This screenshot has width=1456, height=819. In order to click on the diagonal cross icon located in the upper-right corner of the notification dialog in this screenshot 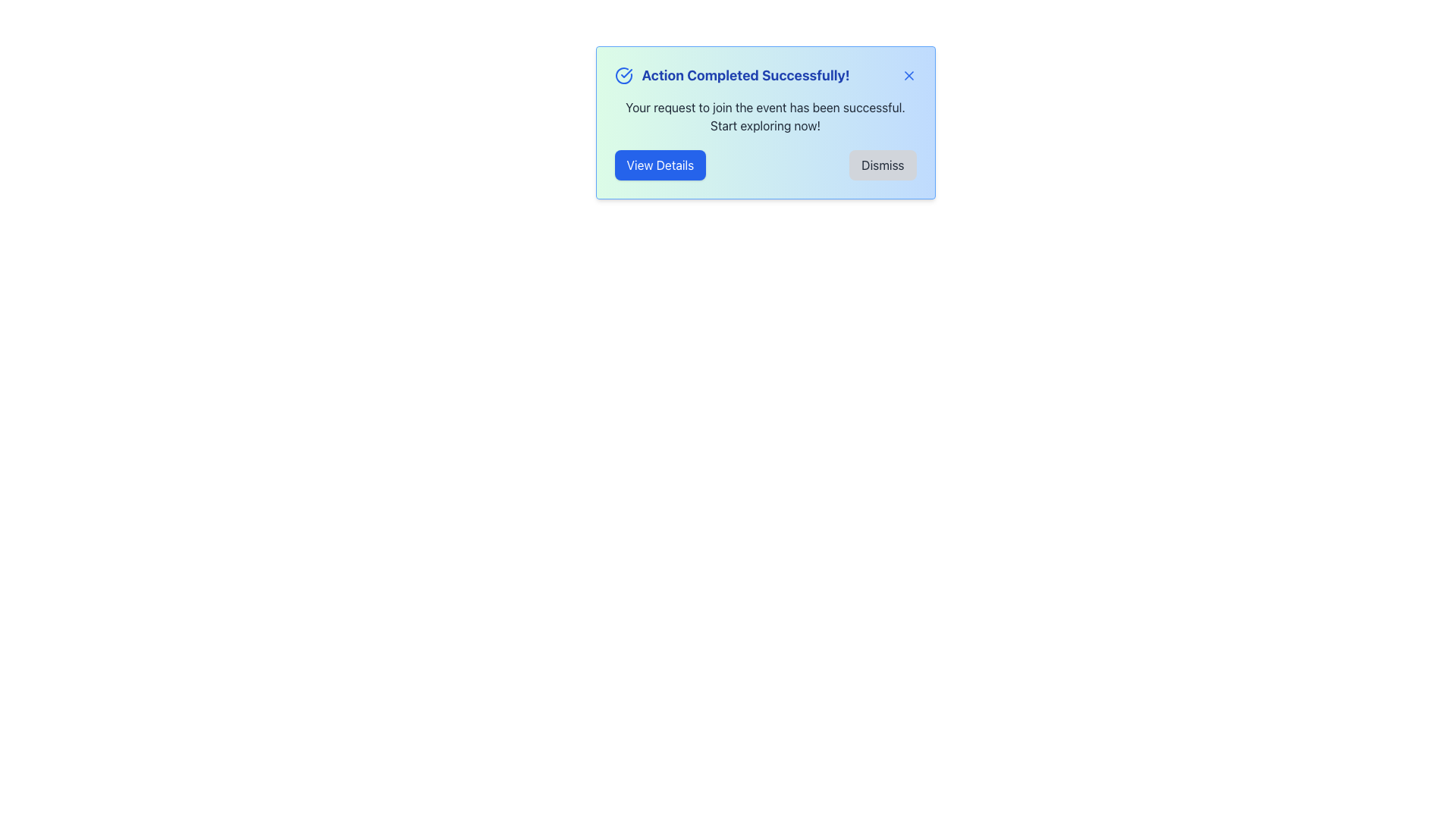, I will do `click(908, 76)`.